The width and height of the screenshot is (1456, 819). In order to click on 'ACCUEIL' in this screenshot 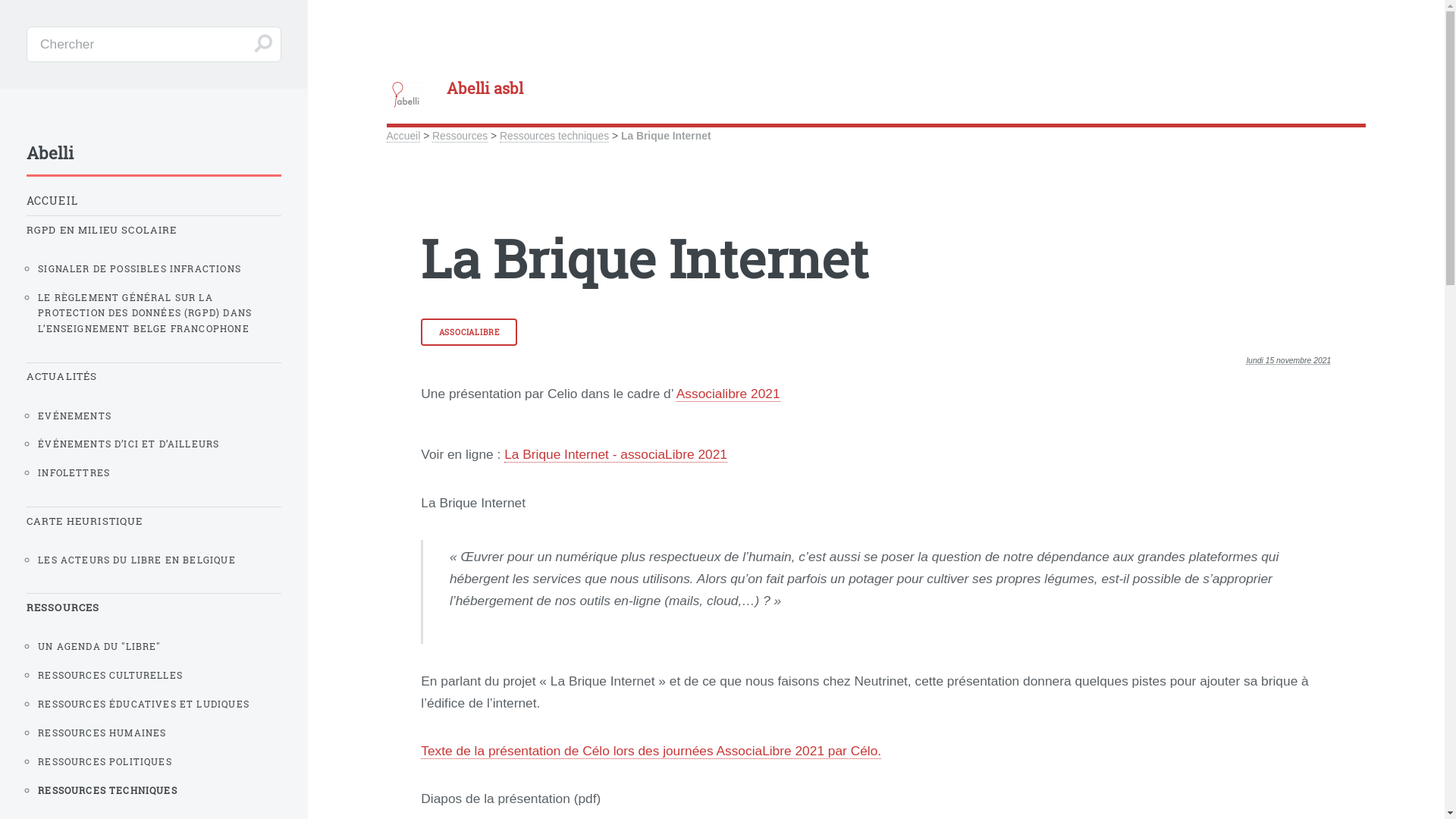, I will do `click(153, 199)`.